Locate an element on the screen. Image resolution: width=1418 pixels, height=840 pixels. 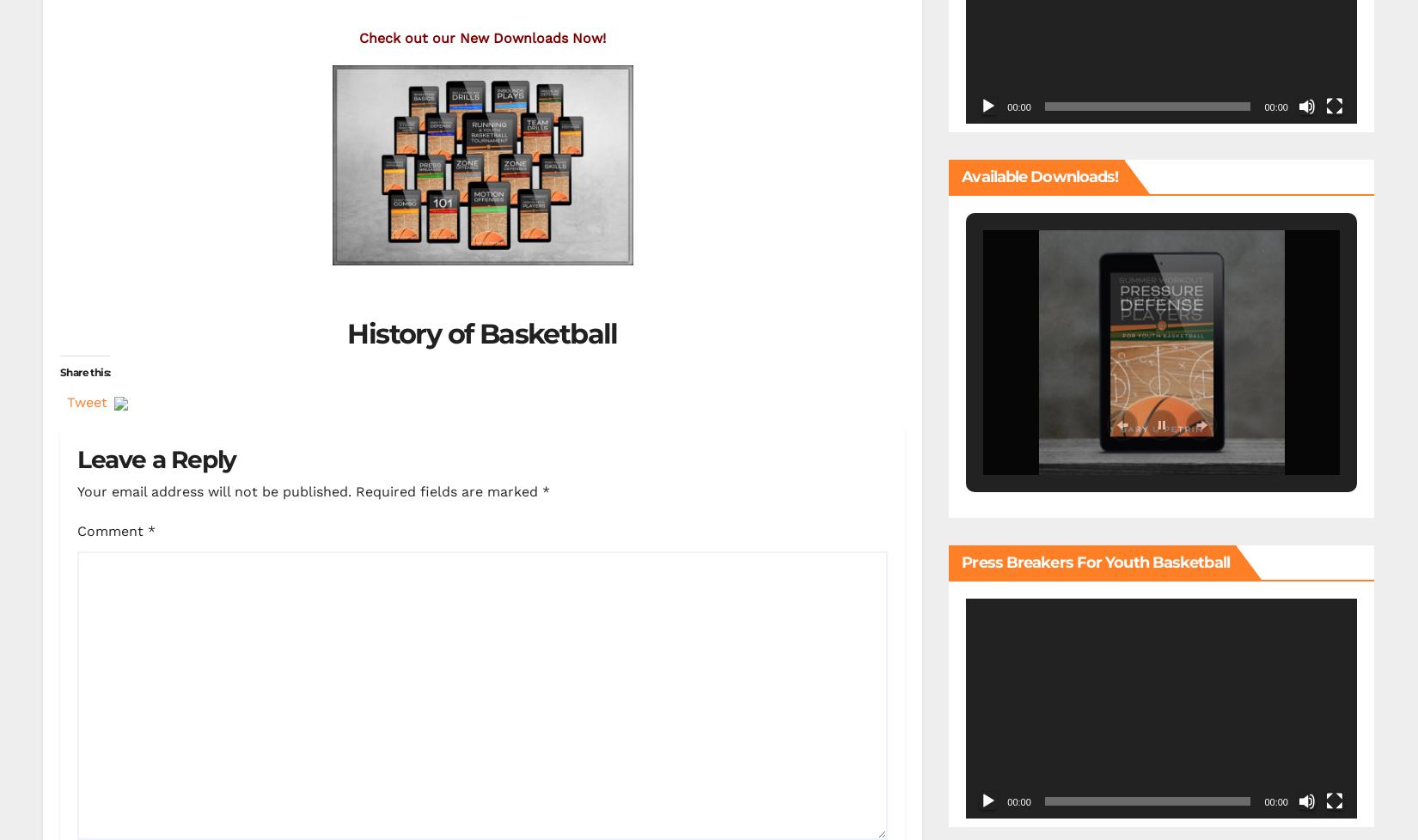
'Check out our New Downloads Now!' is located at coordinates (481, 38).